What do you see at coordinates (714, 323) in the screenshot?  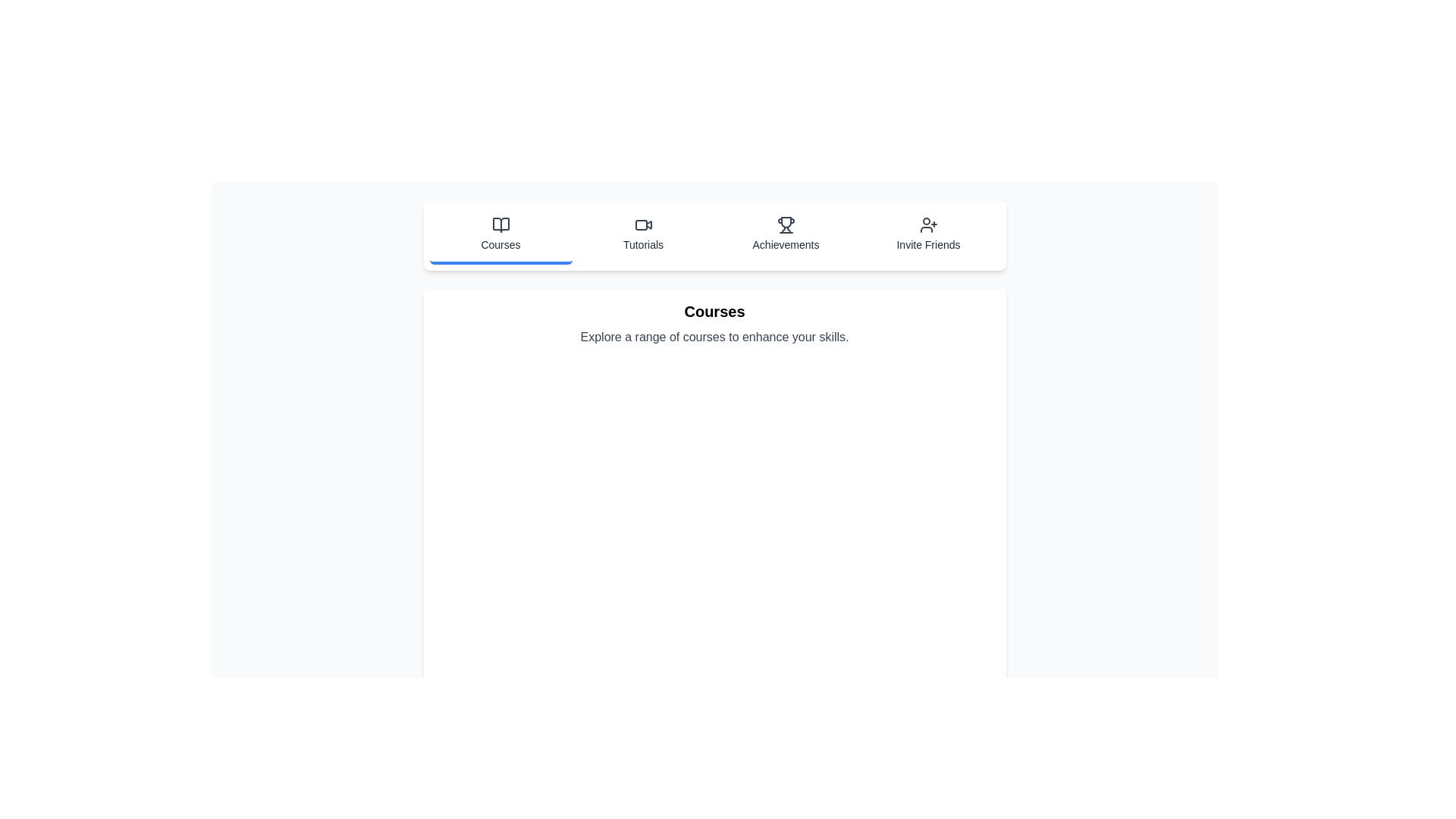 I see `text from the 'Courses' section, which includes the title 'Courses' and the subtitle 'Explore a range of courses to enhance your skills.'` at bounding box center [714, 323].